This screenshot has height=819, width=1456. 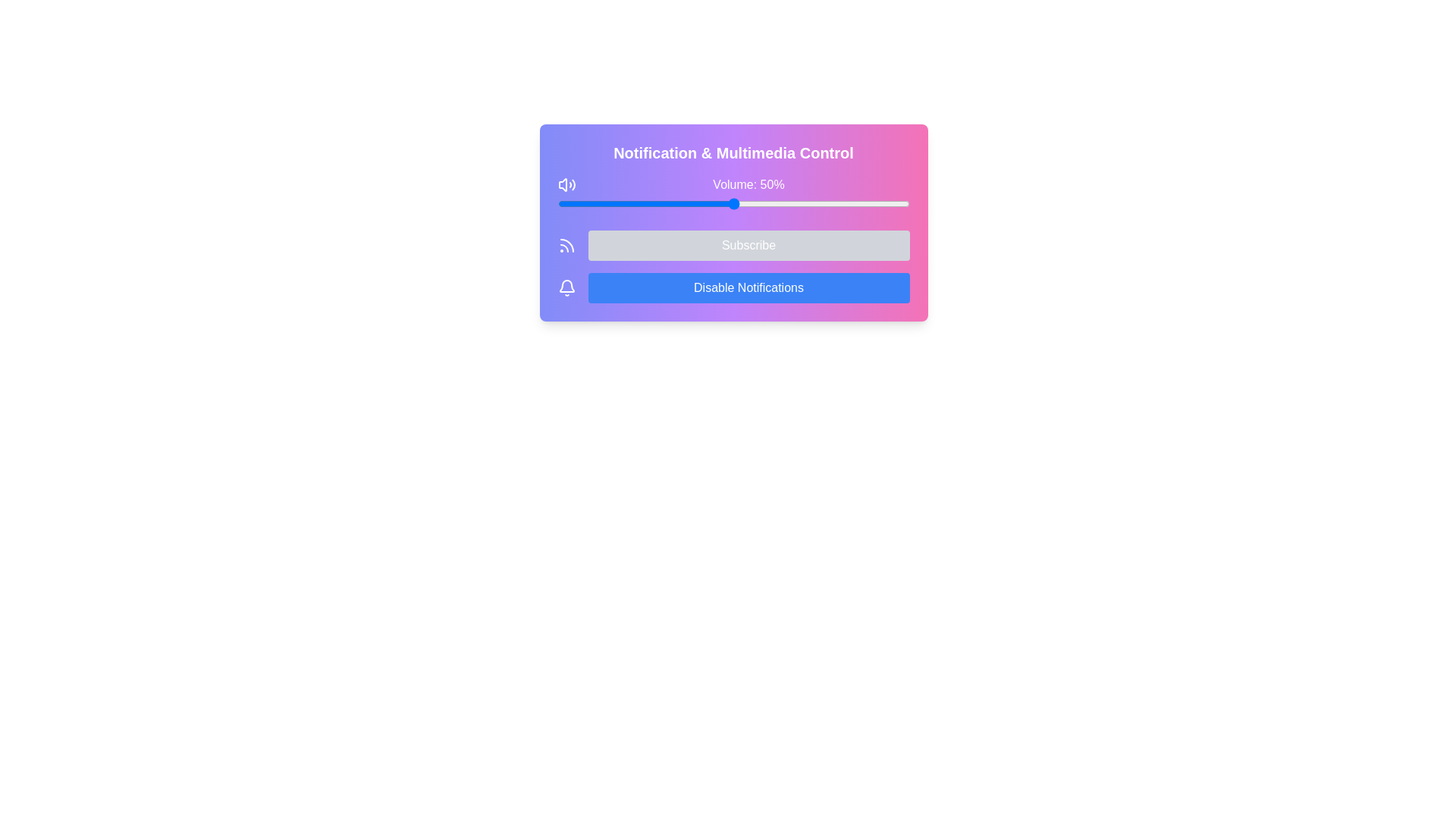 What do you see at coordinates (748, 288) in the screenshot?
I see `the 'Disable Notifications' button which is a rectangular button with white text on a solid blue background, located in the lower region of the 'Notification & Multimedia Control' card` at bounding box center [748, 288].